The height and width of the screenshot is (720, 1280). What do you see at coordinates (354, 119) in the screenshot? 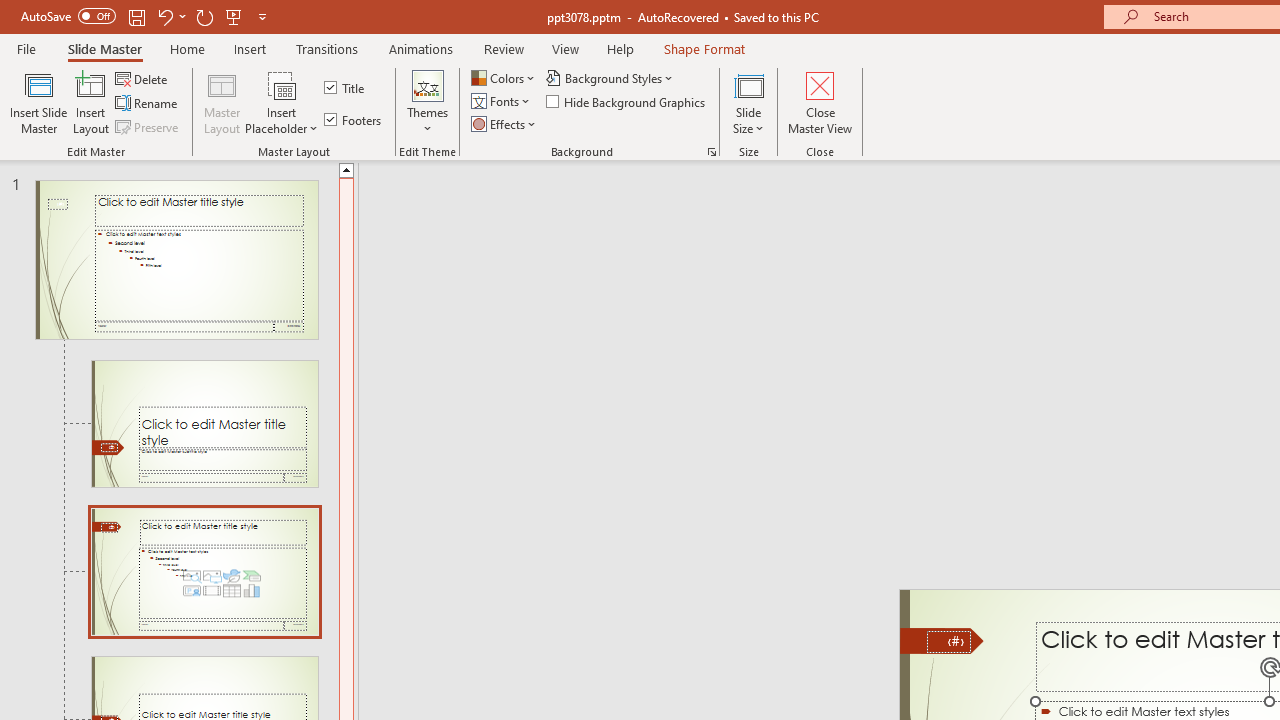
I see `'Footers'` at bounding box center [354, 119].